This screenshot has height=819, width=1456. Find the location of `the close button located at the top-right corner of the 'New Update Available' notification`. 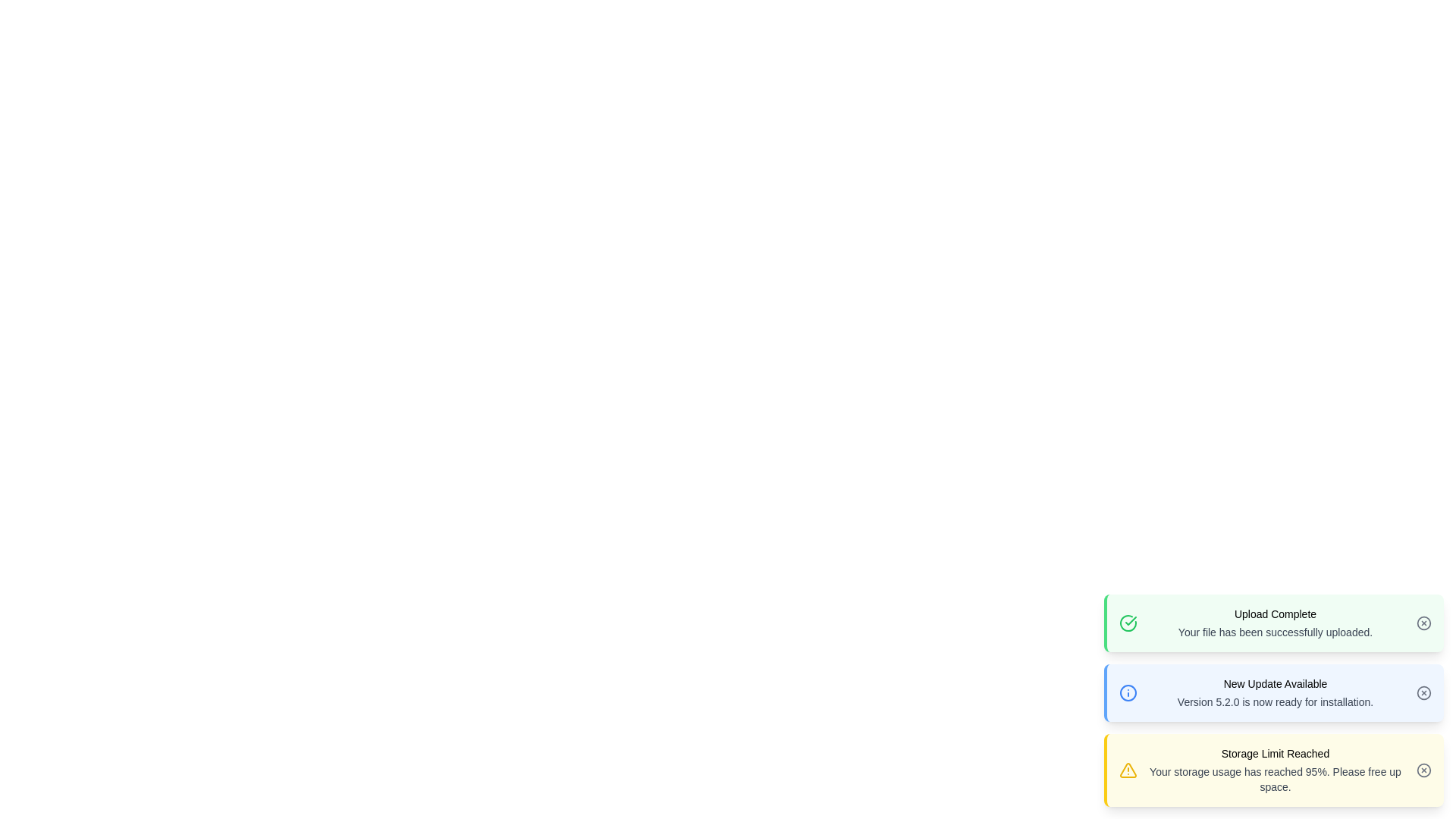

the close button located at the top-right corner of the 'New Update Available' notification is located at coordinates (1423, 693).